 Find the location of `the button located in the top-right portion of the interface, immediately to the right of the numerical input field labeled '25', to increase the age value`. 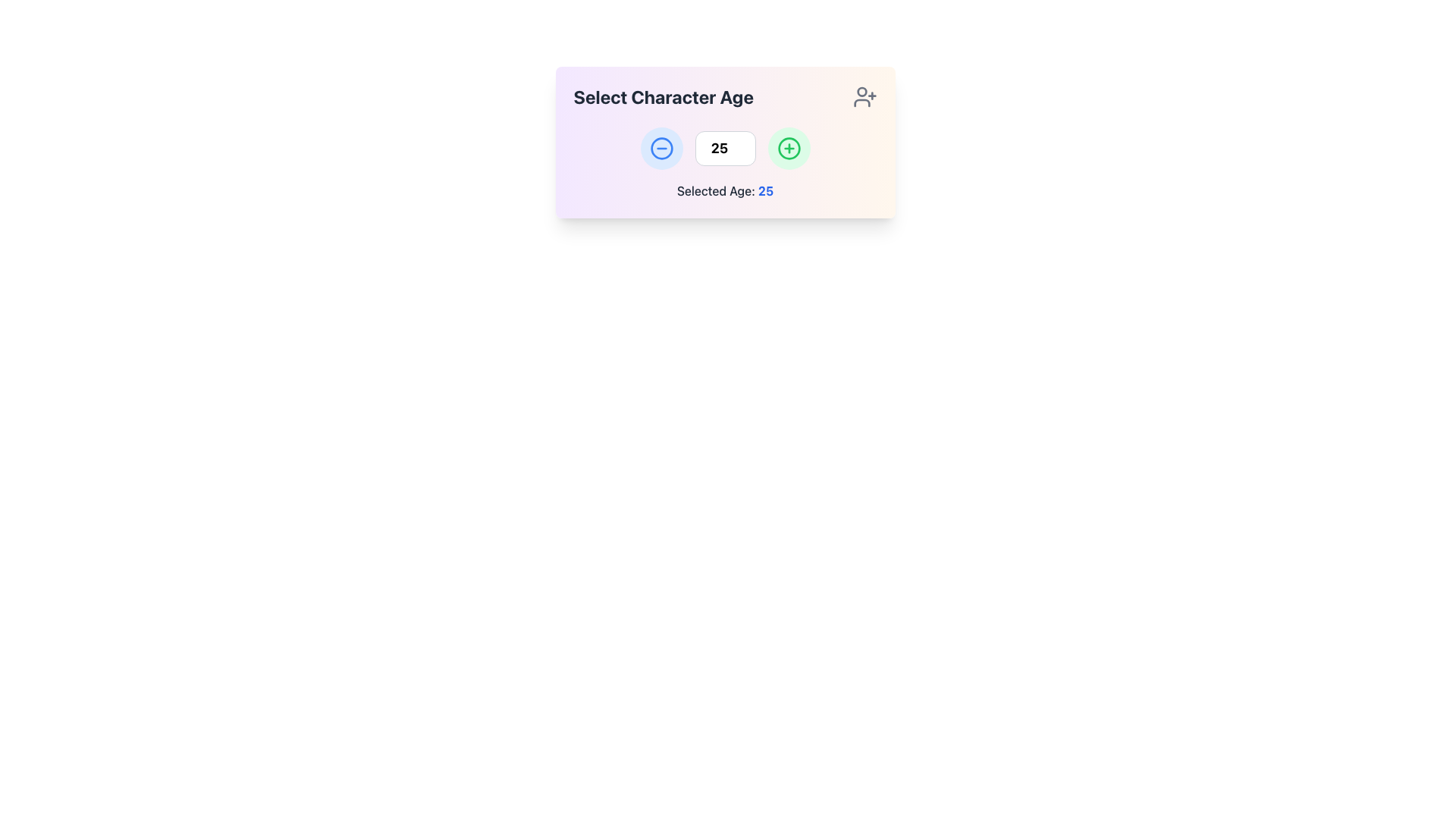

the button located in the top-right portion of the interface, immediately to the right of the numerical input field labeled '25', to increase the age value is located at coordinates (789, 149).